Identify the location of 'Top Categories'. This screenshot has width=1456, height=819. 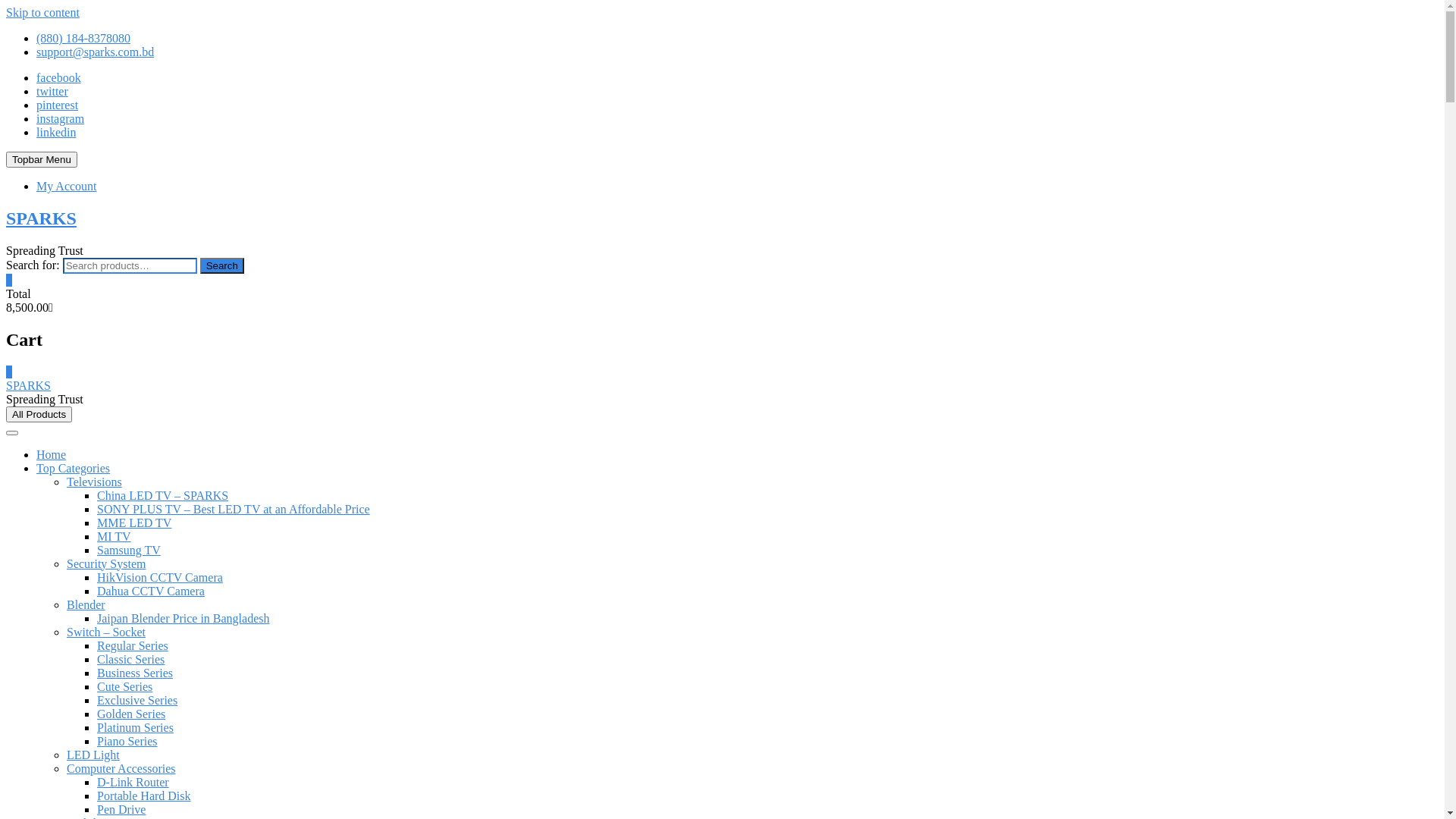
(72, 467).